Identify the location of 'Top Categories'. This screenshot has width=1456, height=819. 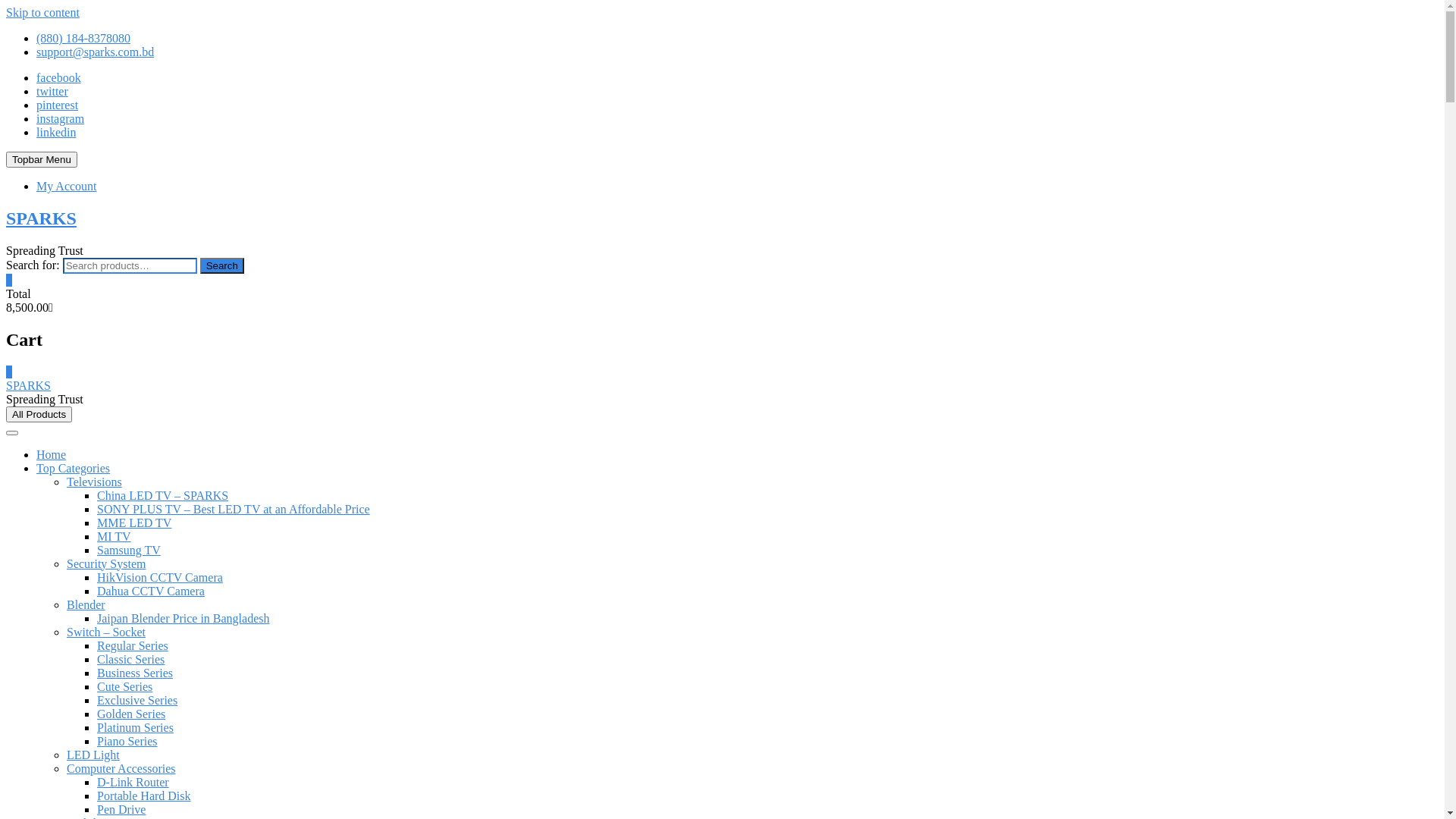
(72, 467).